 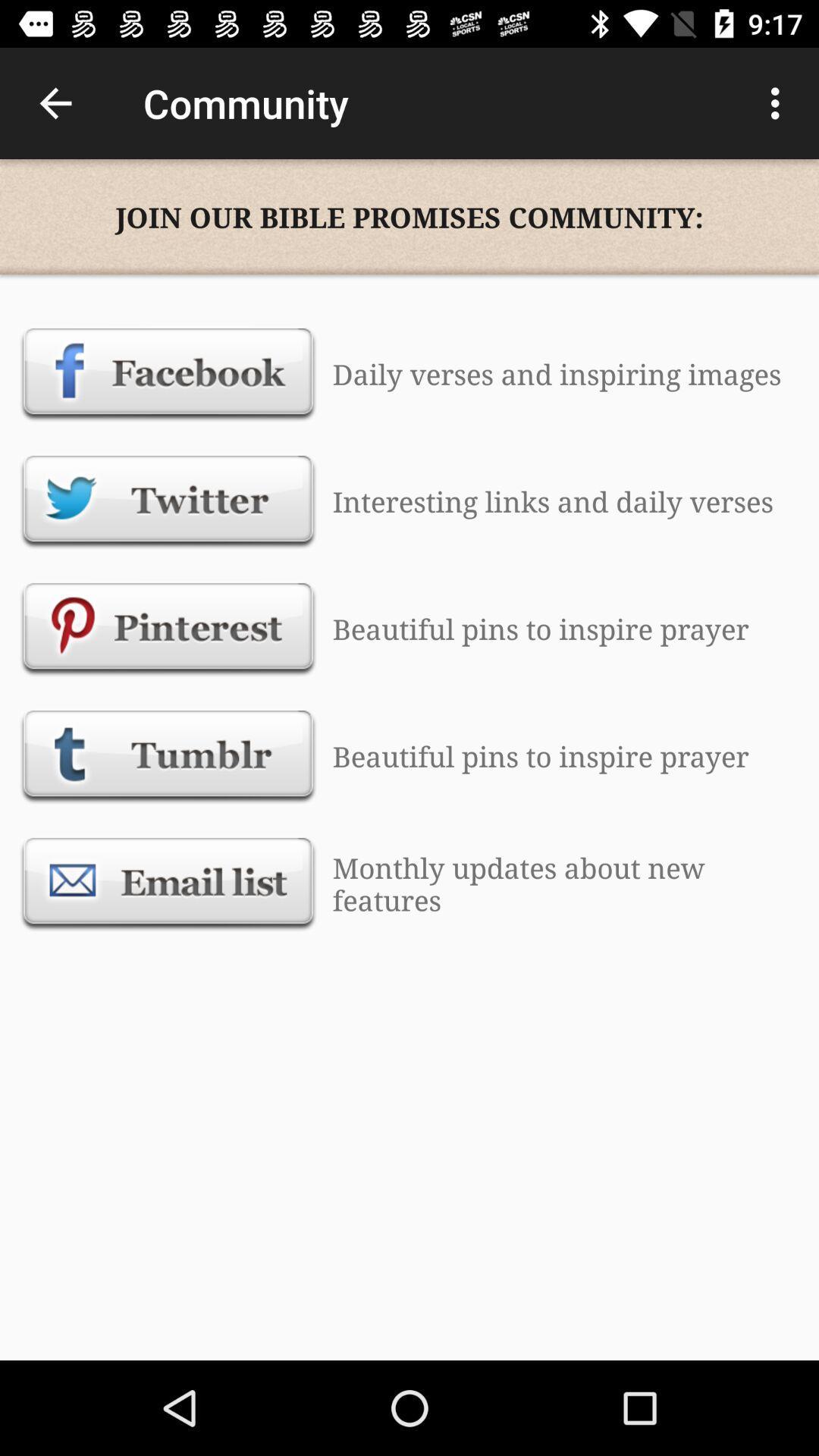 I want to click on text which is below facebook, so click(x=168, y=502).